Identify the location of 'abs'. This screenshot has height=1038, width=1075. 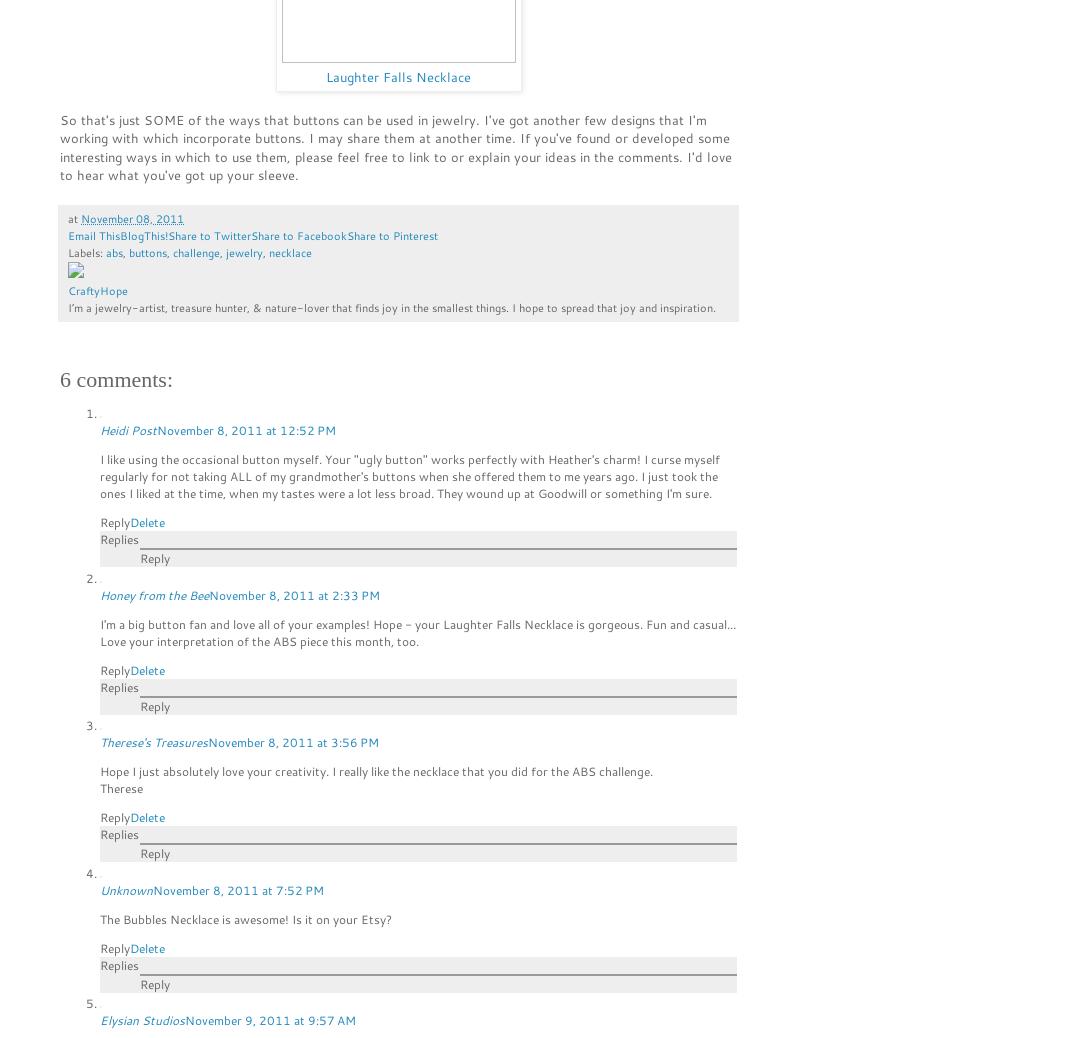
(113, 251).